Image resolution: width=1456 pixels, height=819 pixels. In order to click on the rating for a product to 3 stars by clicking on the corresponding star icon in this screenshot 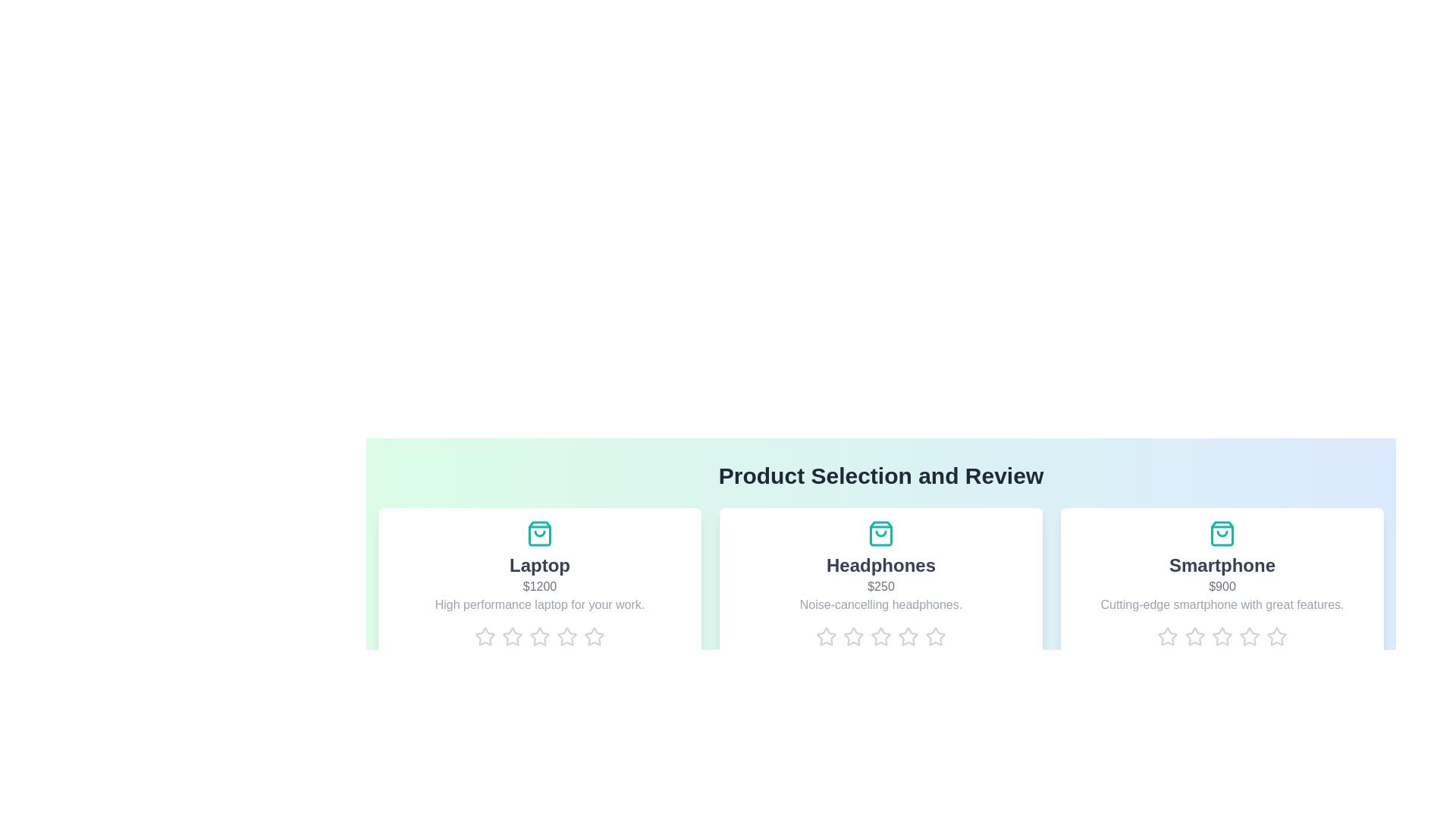, I will do `click(539, 637)`.